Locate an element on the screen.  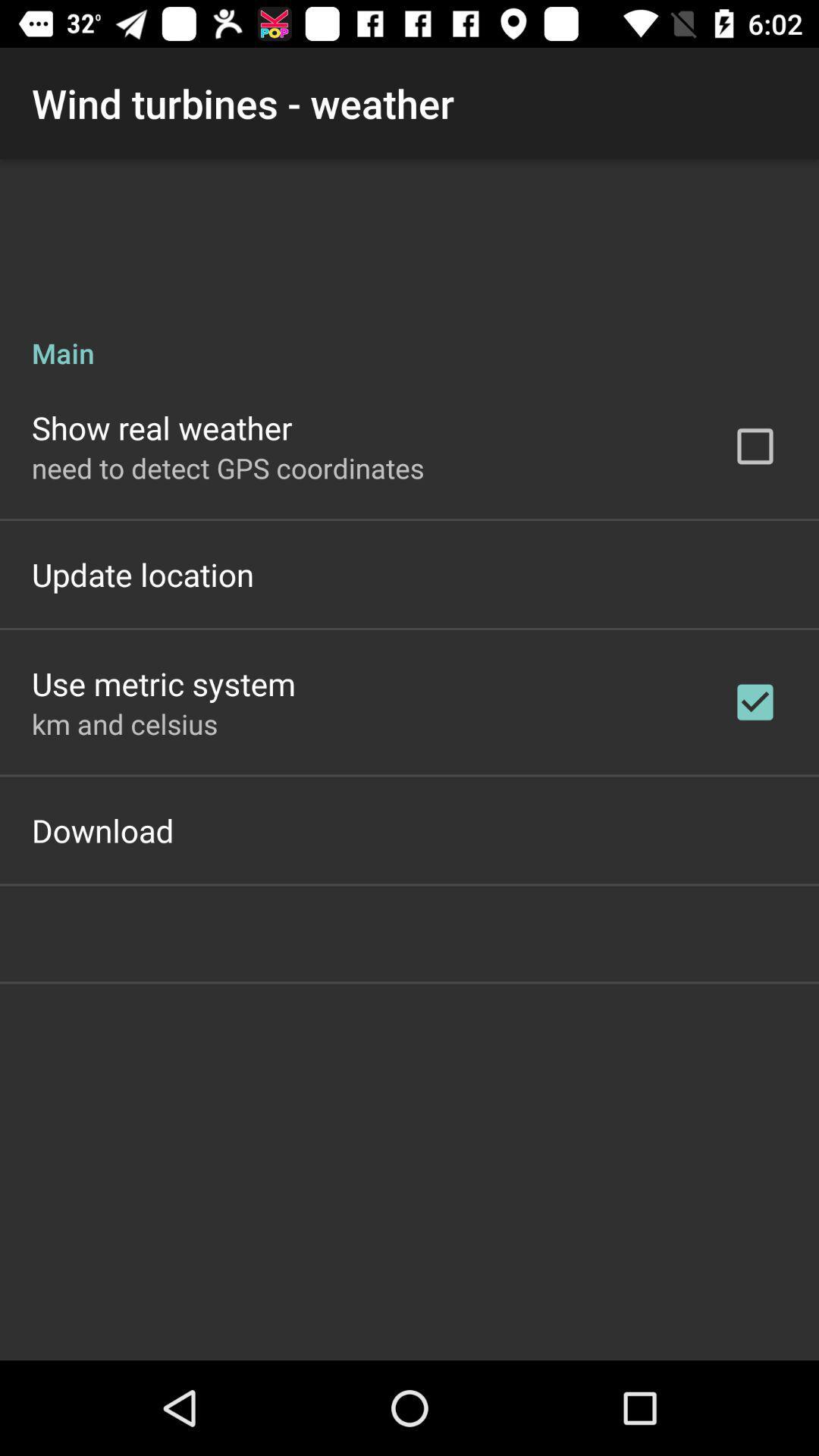
the app above need to detect icon is located at coordinates (162, 427).